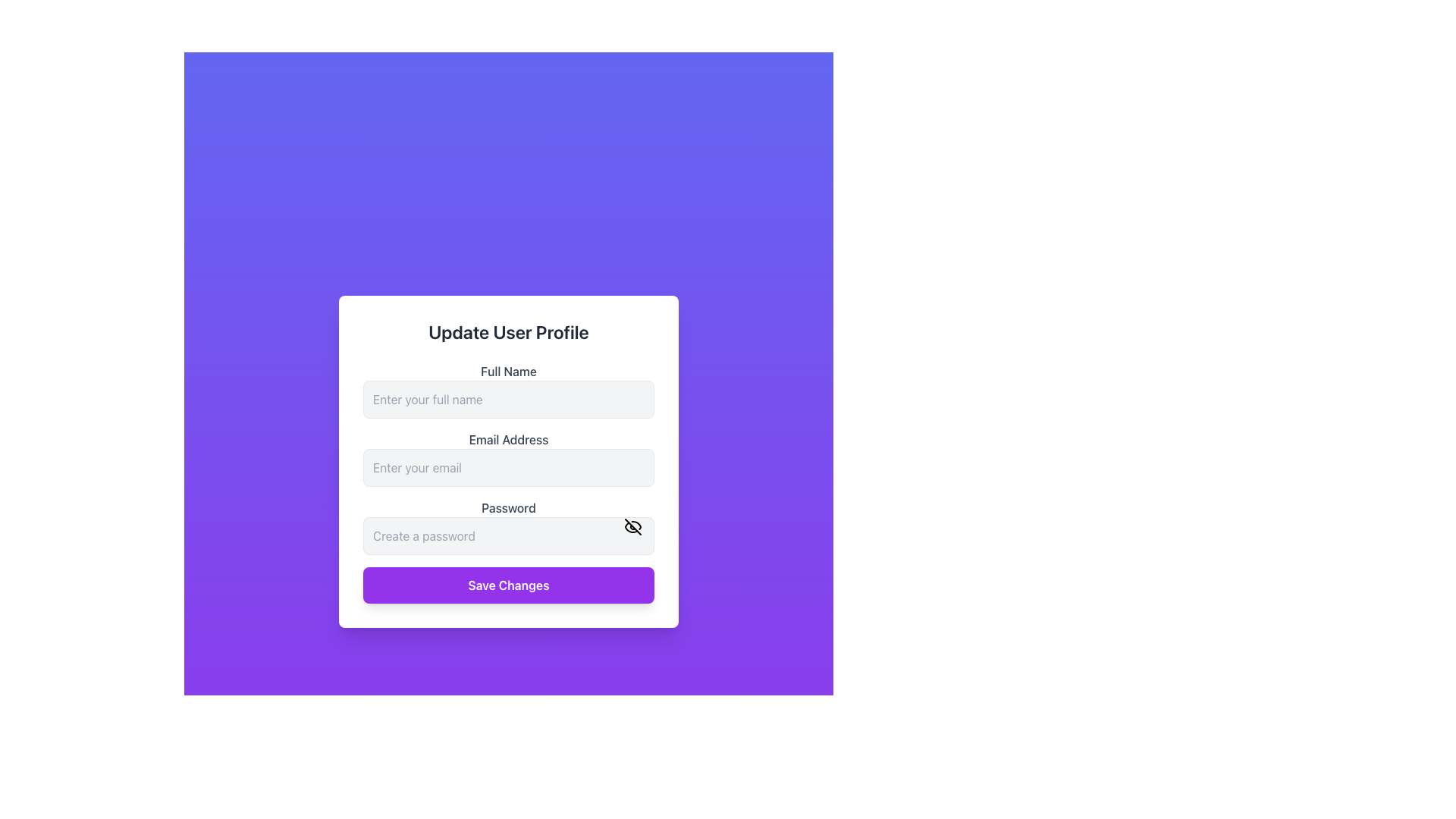 This screenshot has width=1456, height=819. I want to click on the 'Save Changes' button located at the bottom of the form, so click(509, 584).